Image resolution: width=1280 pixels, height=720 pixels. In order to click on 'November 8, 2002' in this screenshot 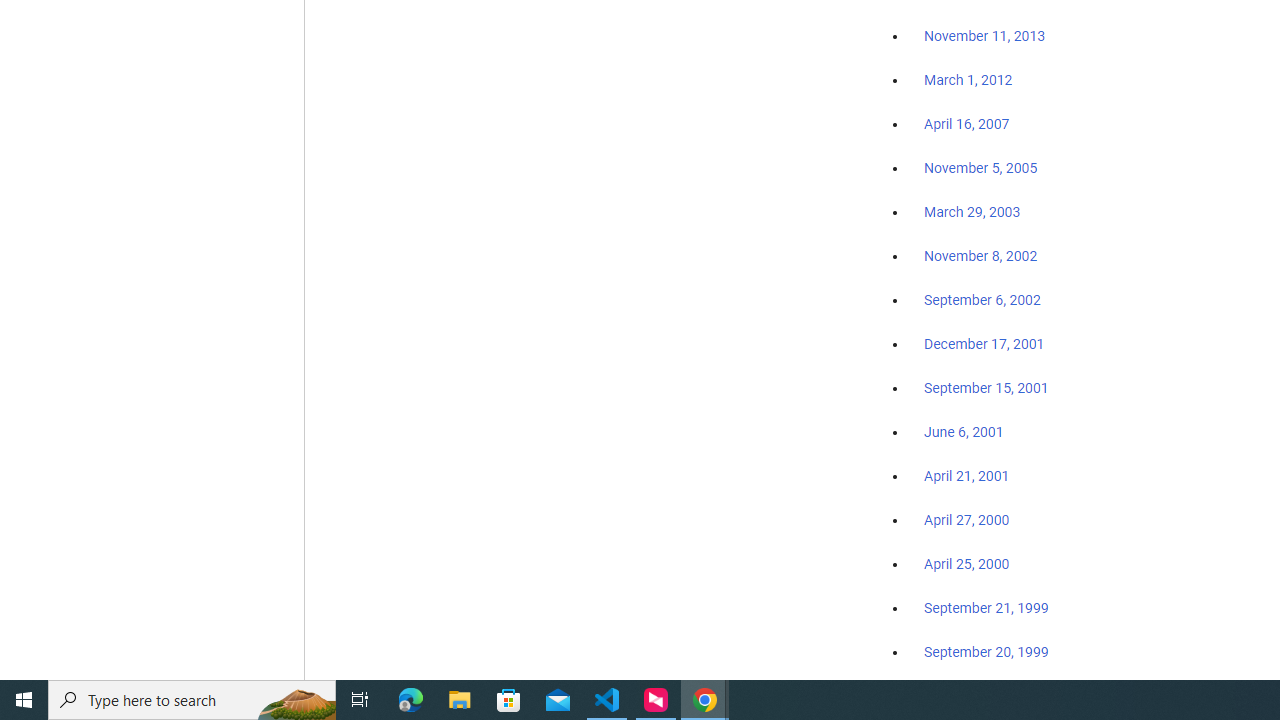, I will do `click(981, 255)`.